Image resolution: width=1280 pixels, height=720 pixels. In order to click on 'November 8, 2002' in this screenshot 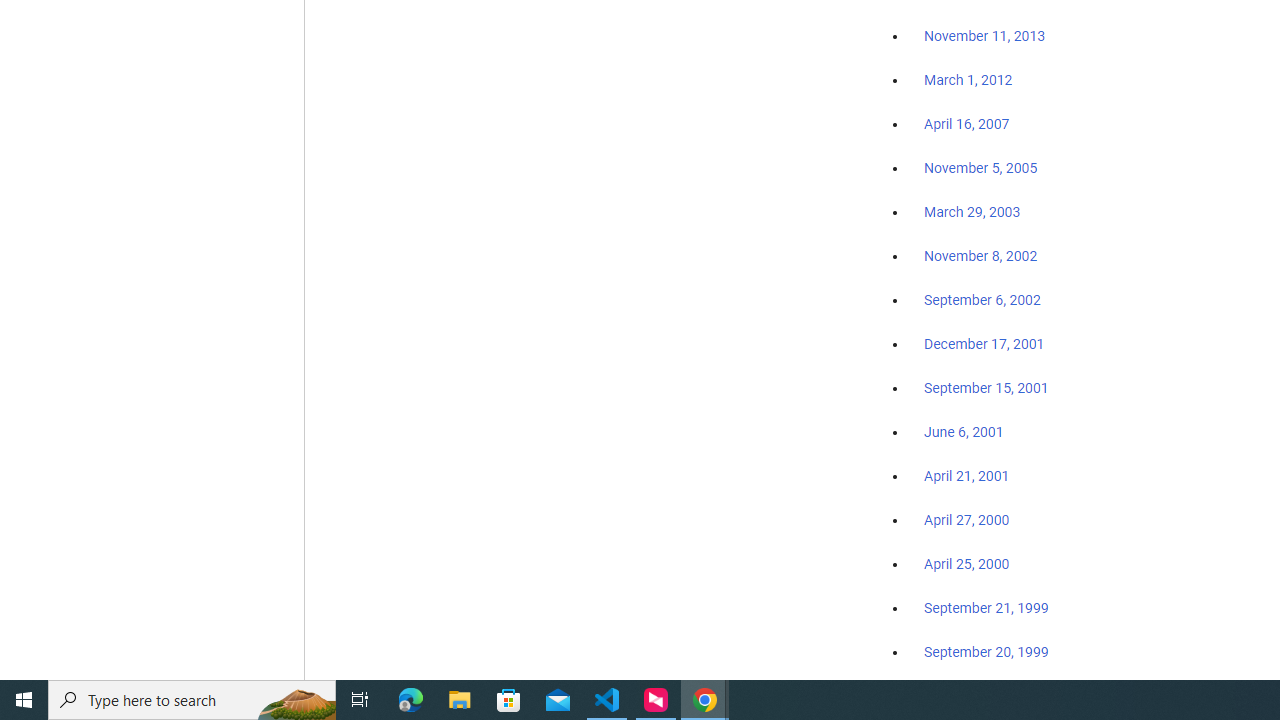, I will do `click(981, 255)`.